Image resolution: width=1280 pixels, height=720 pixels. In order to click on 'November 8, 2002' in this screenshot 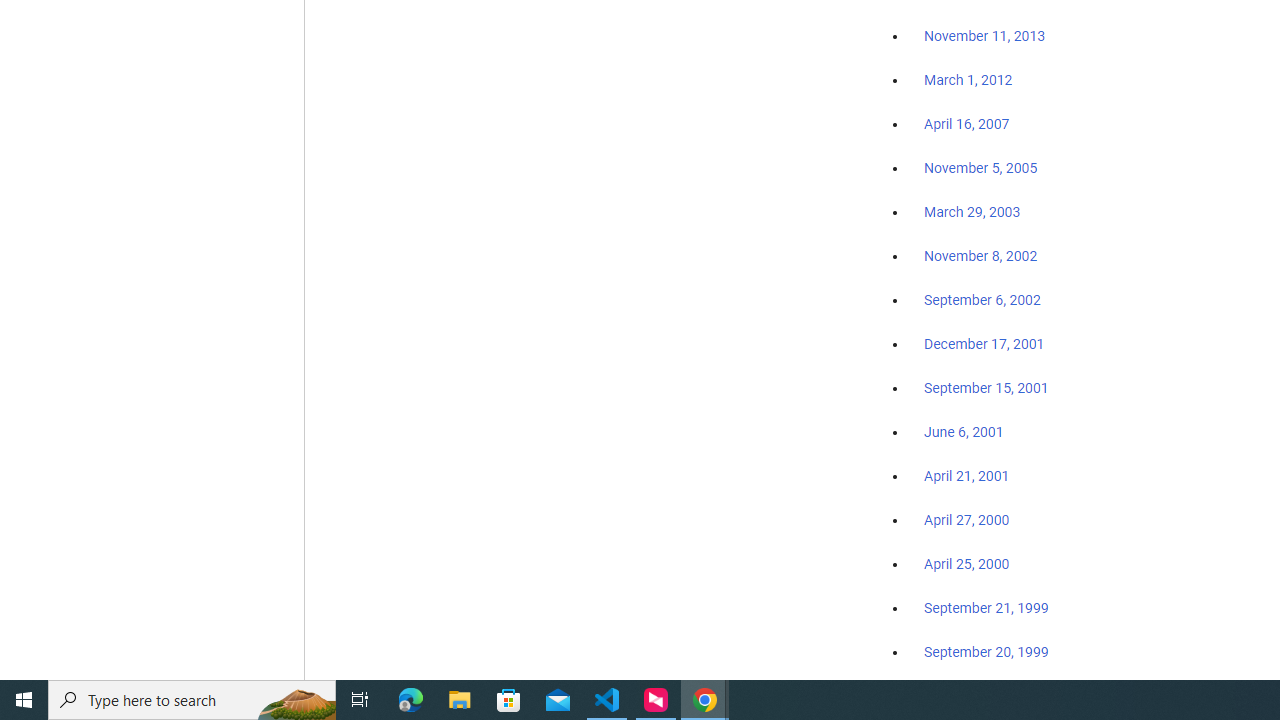, I will do `click(981, 255)`.